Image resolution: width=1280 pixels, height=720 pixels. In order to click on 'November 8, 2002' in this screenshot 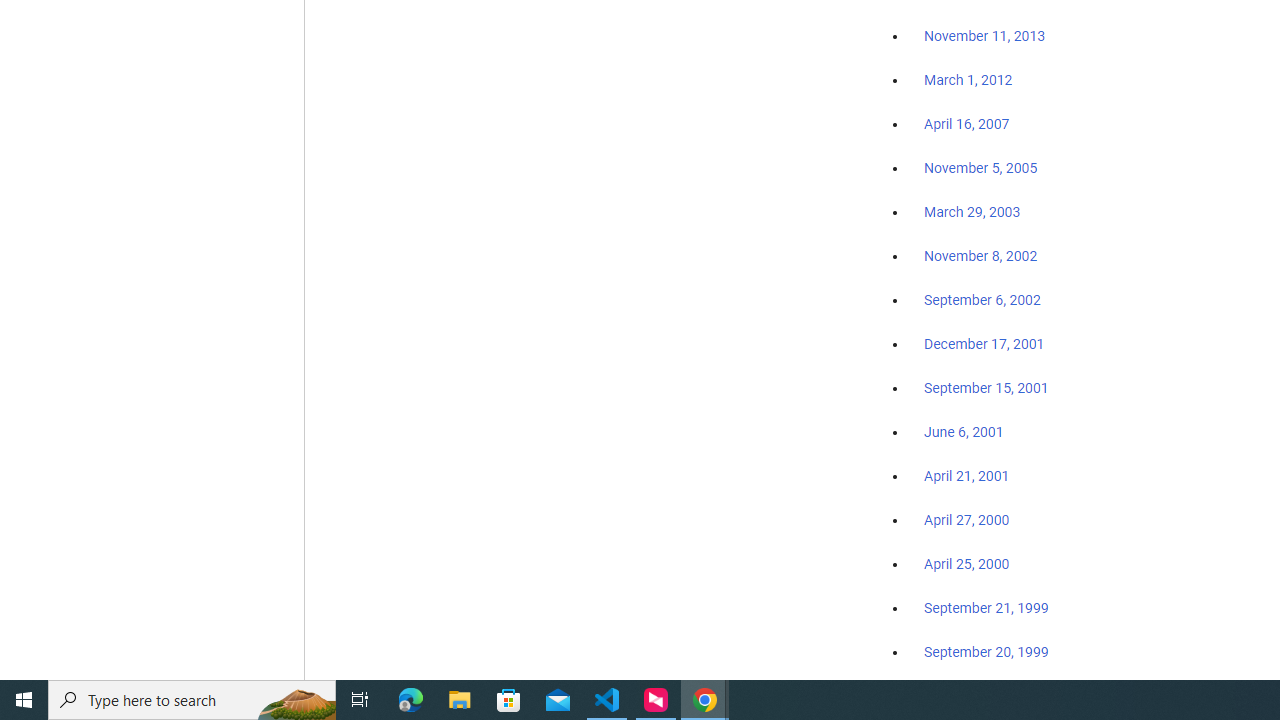, I will do `click(981, 255)`.